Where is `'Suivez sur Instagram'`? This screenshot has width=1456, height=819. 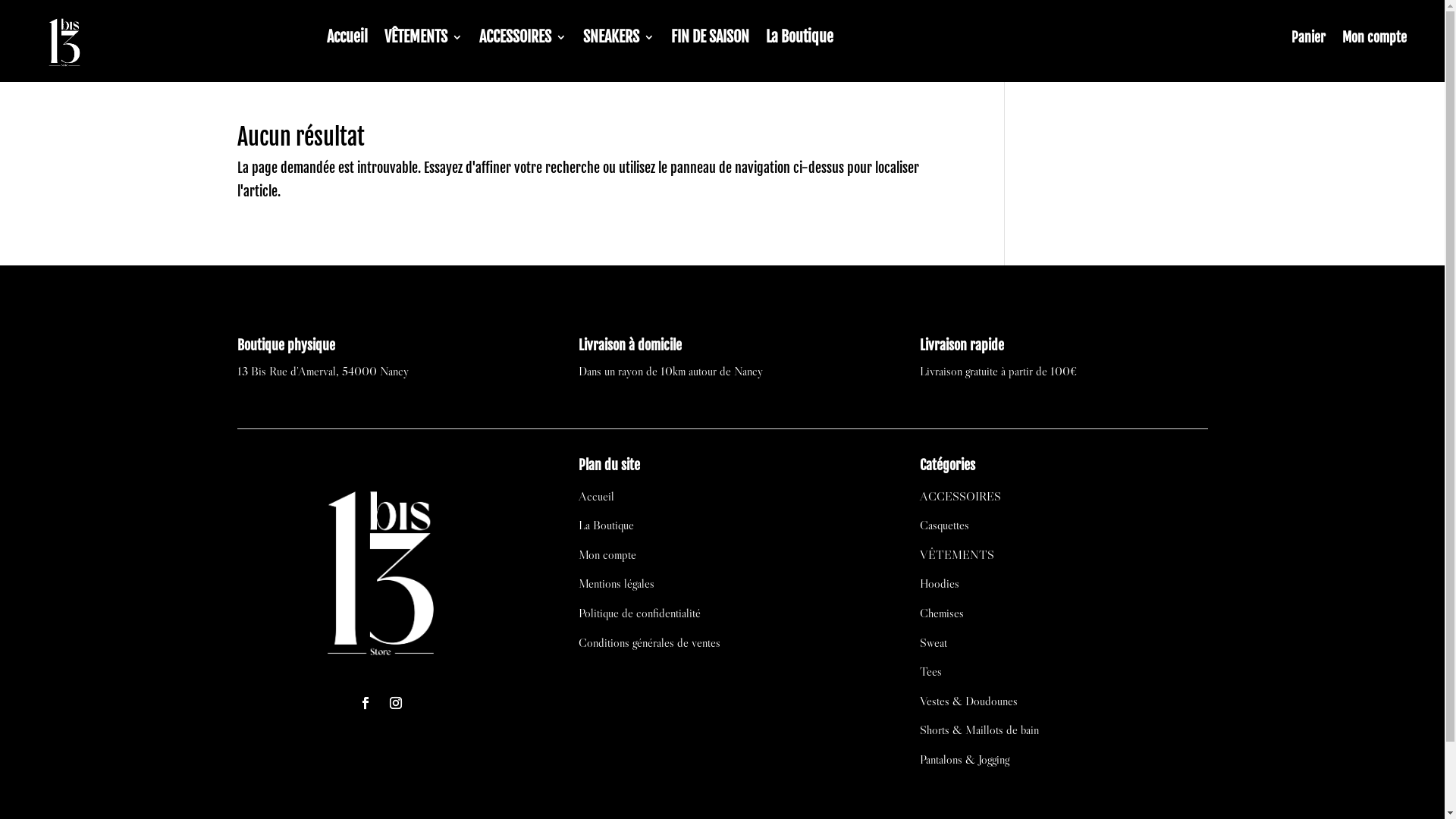 'Suivez sur Instagram' is located at coordinates (396, 702).